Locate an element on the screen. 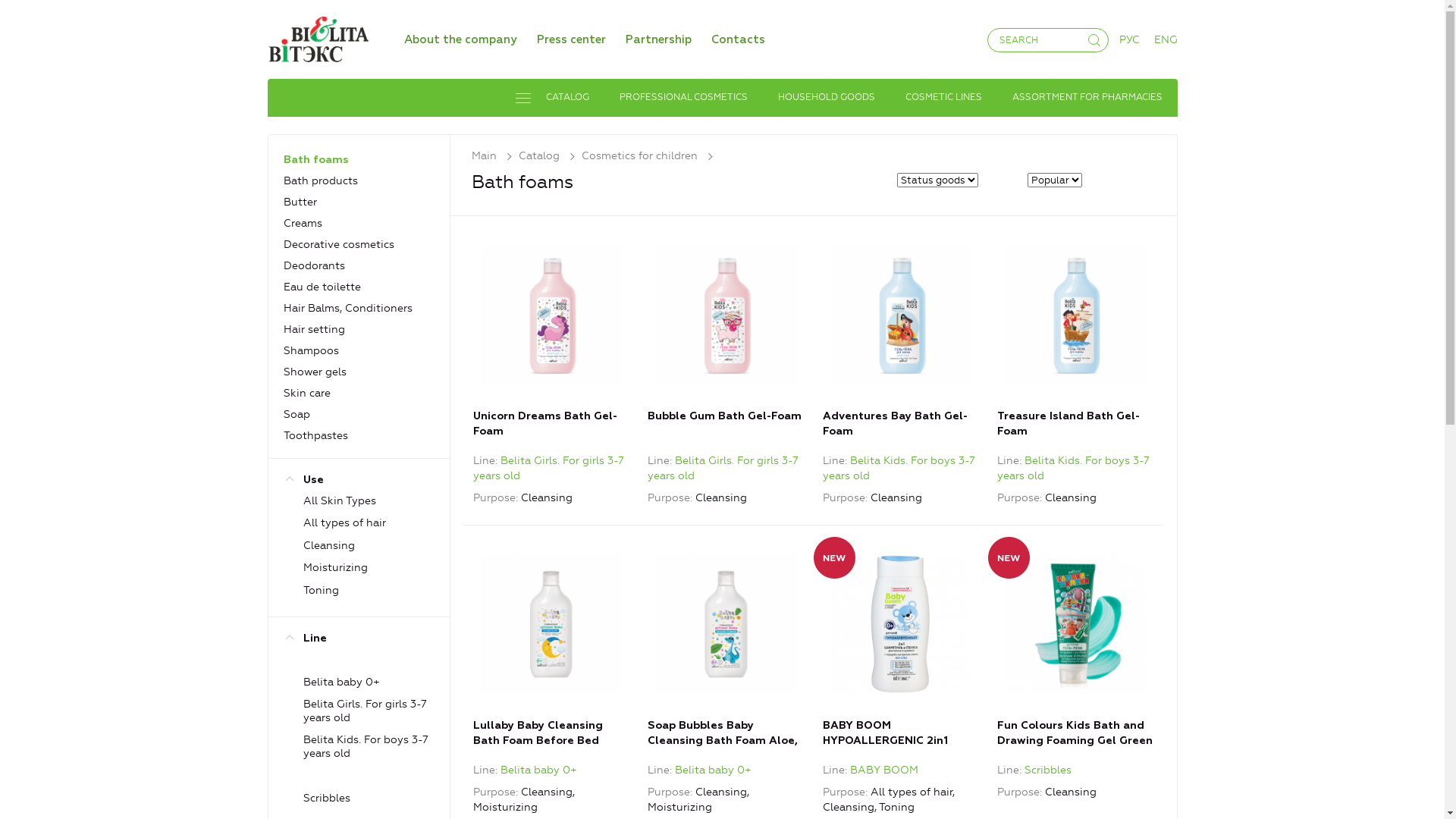 This screenshot has height=819, width=1456. 'Hair Balms, Conditioners' is located at coordinates (347, 307).